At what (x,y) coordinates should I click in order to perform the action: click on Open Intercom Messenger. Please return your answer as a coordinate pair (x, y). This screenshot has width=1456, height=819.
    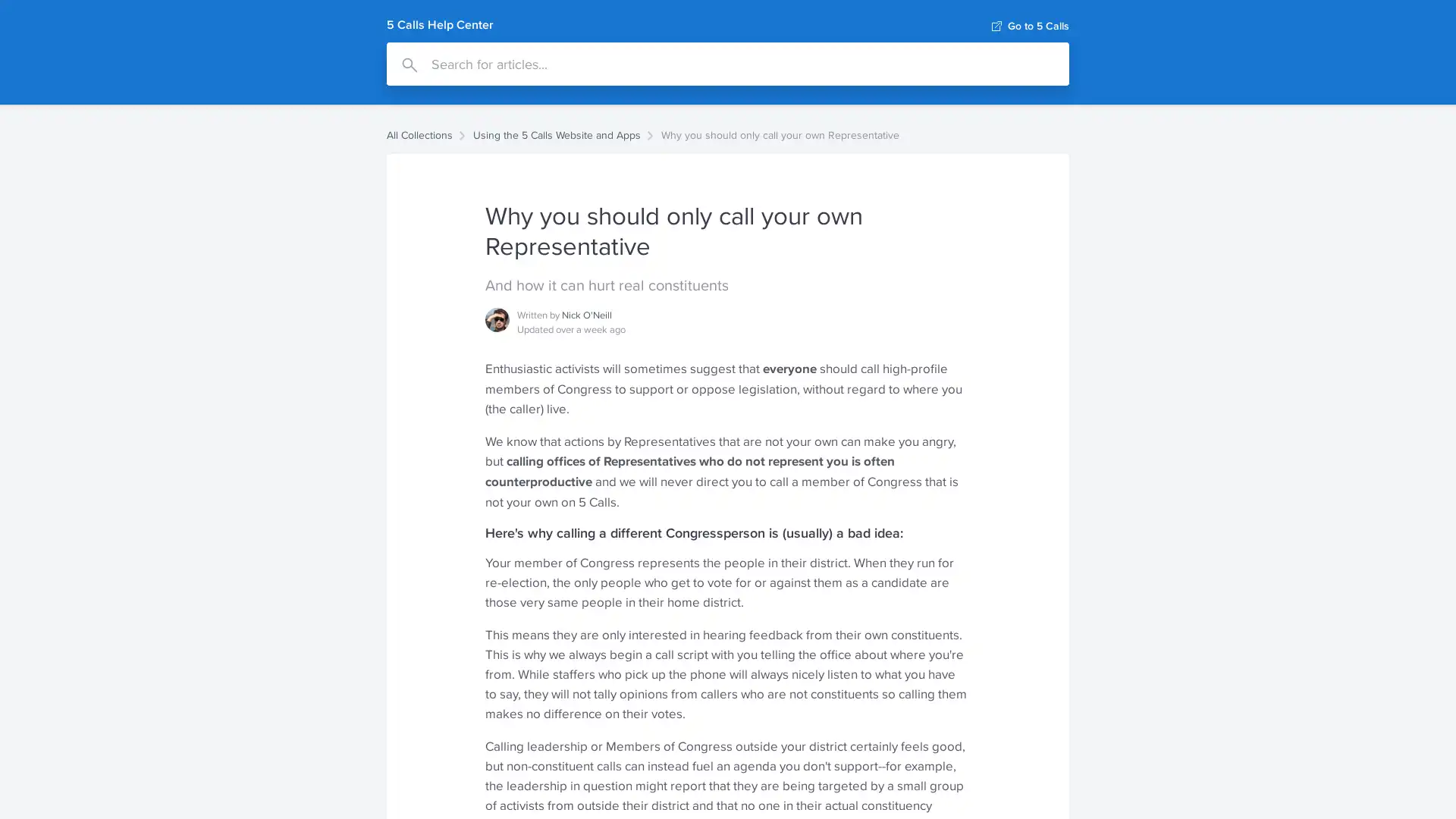
    Looking at the image, I should click on (1417, 780).